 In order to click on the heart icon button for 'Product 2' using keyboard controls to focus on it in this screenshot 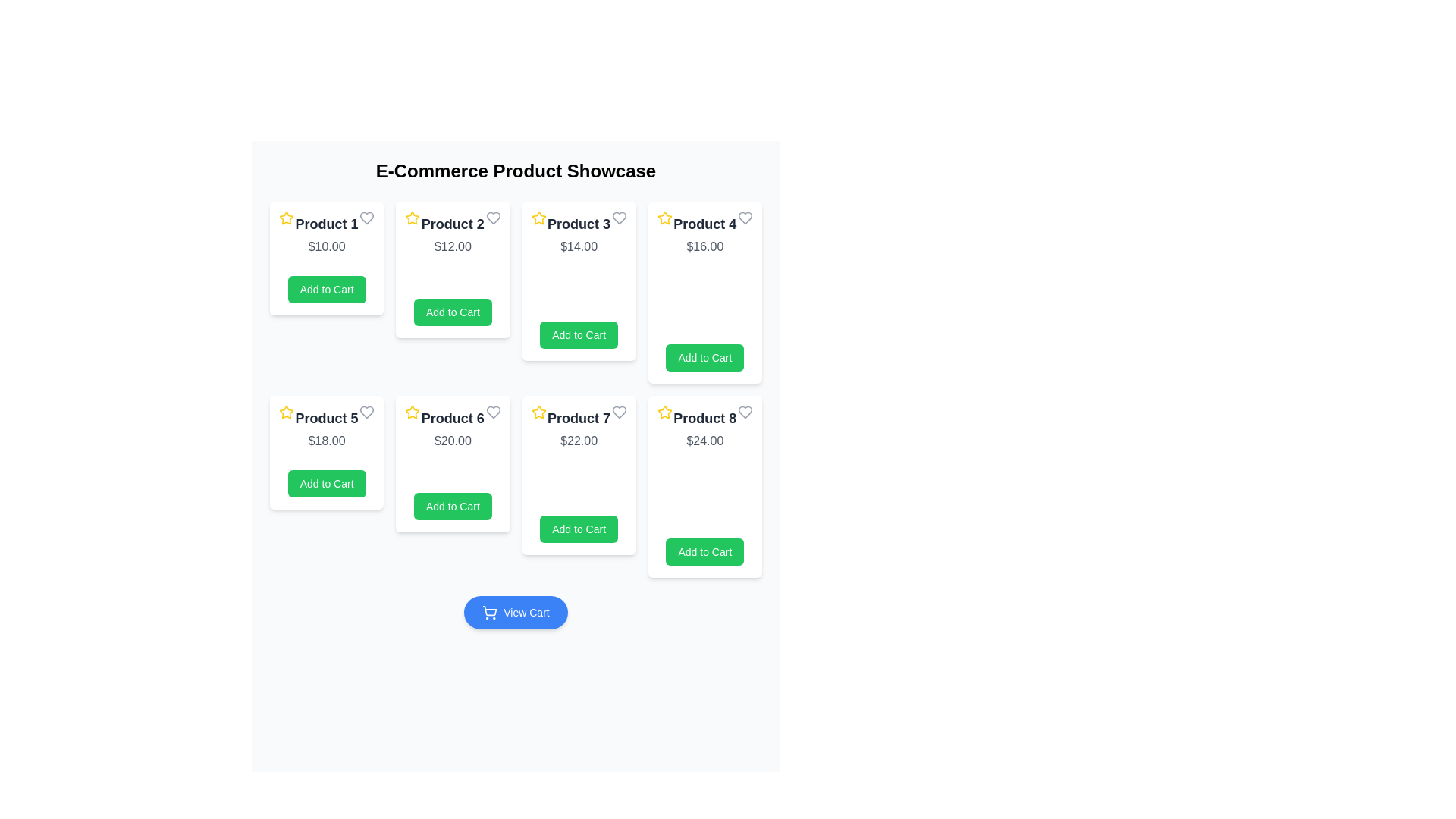, I will do `click(493, 218)`.